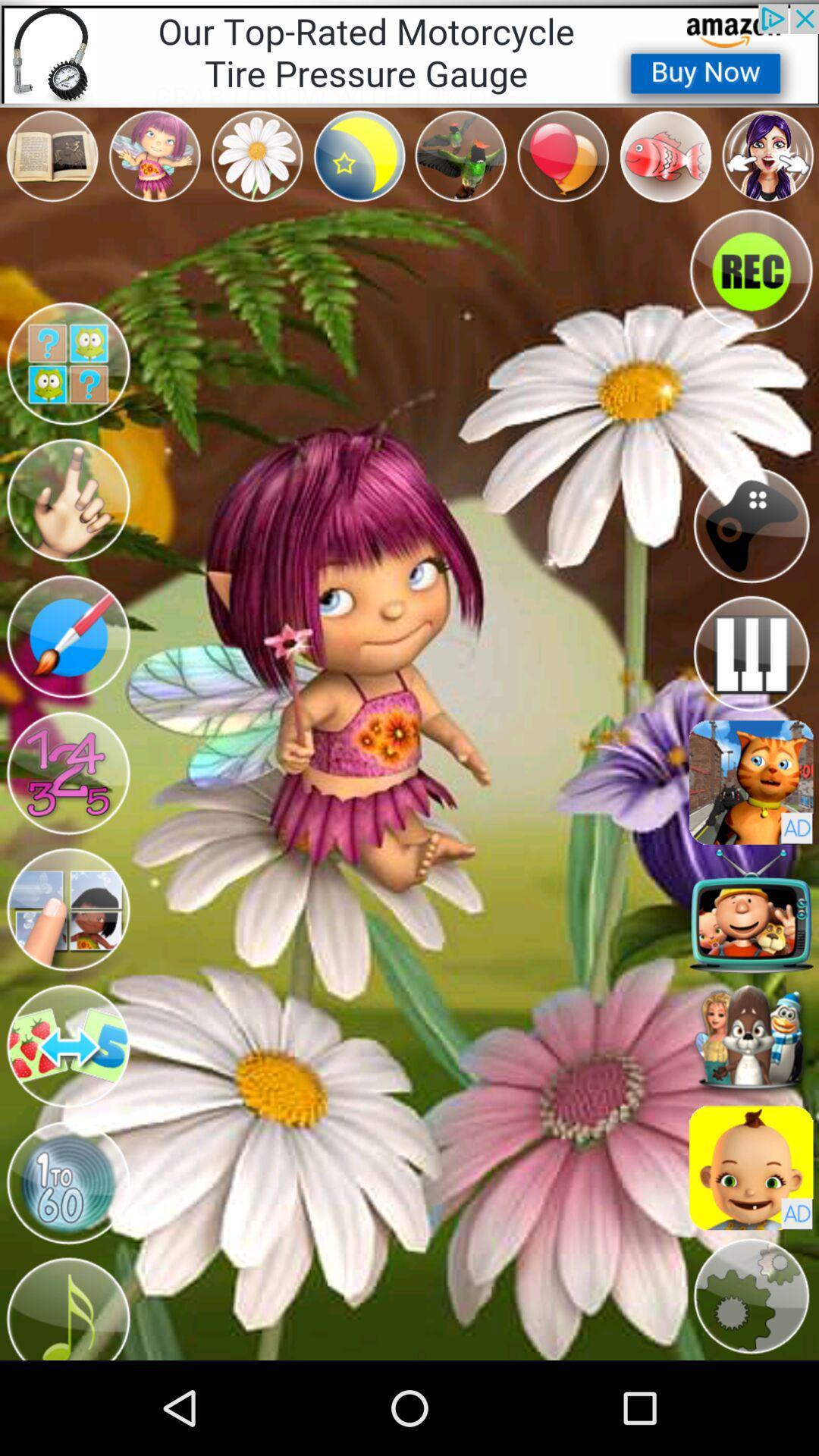 The width and height of the screenshot is (819, 1456). What do you see at coordinates (67, 364) in the screenshot?
I see `the option` at bounding box center [67, 364].